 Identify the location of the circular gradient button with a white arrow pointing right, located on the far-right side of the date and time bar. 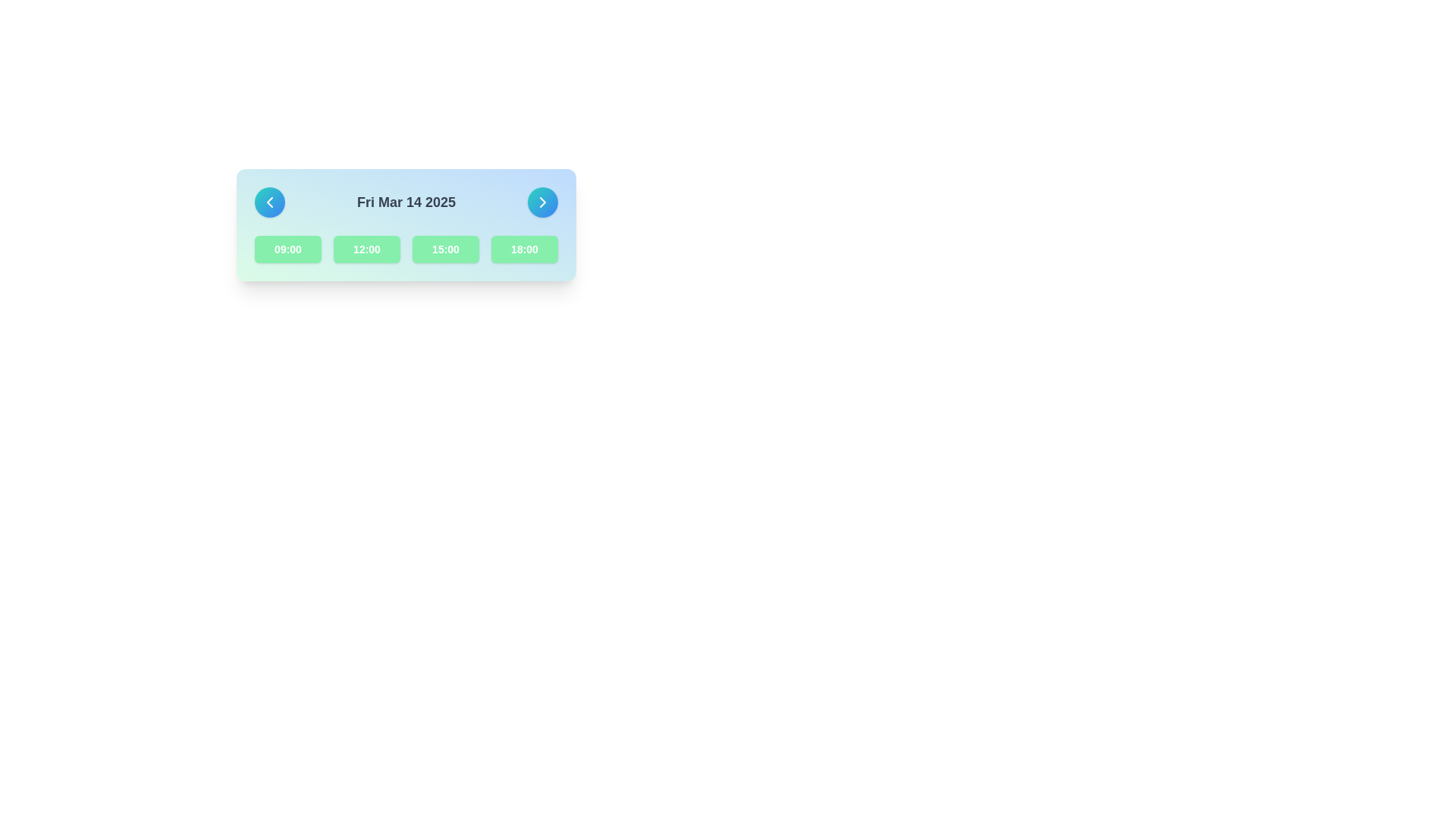
(542, 201).